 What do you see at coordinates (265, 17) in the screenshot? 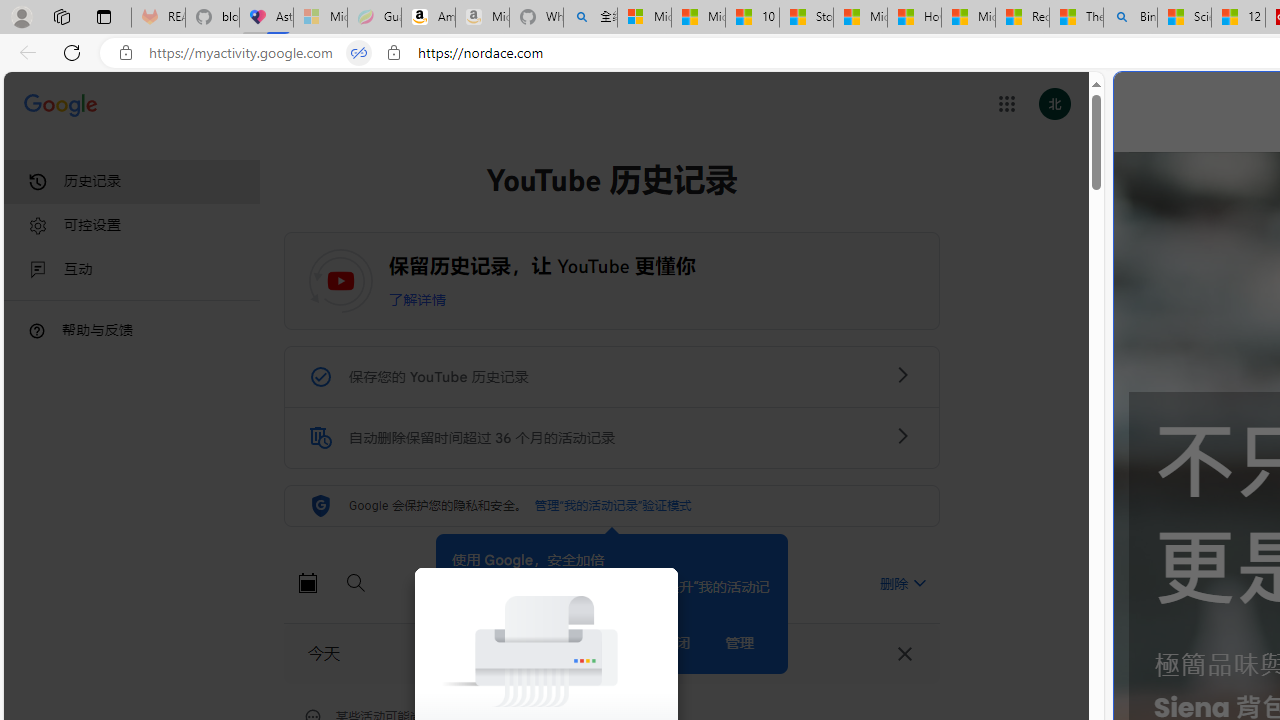
I see `'Asthma Inhalers: Names and Types'` at bounding box center [265, 17].